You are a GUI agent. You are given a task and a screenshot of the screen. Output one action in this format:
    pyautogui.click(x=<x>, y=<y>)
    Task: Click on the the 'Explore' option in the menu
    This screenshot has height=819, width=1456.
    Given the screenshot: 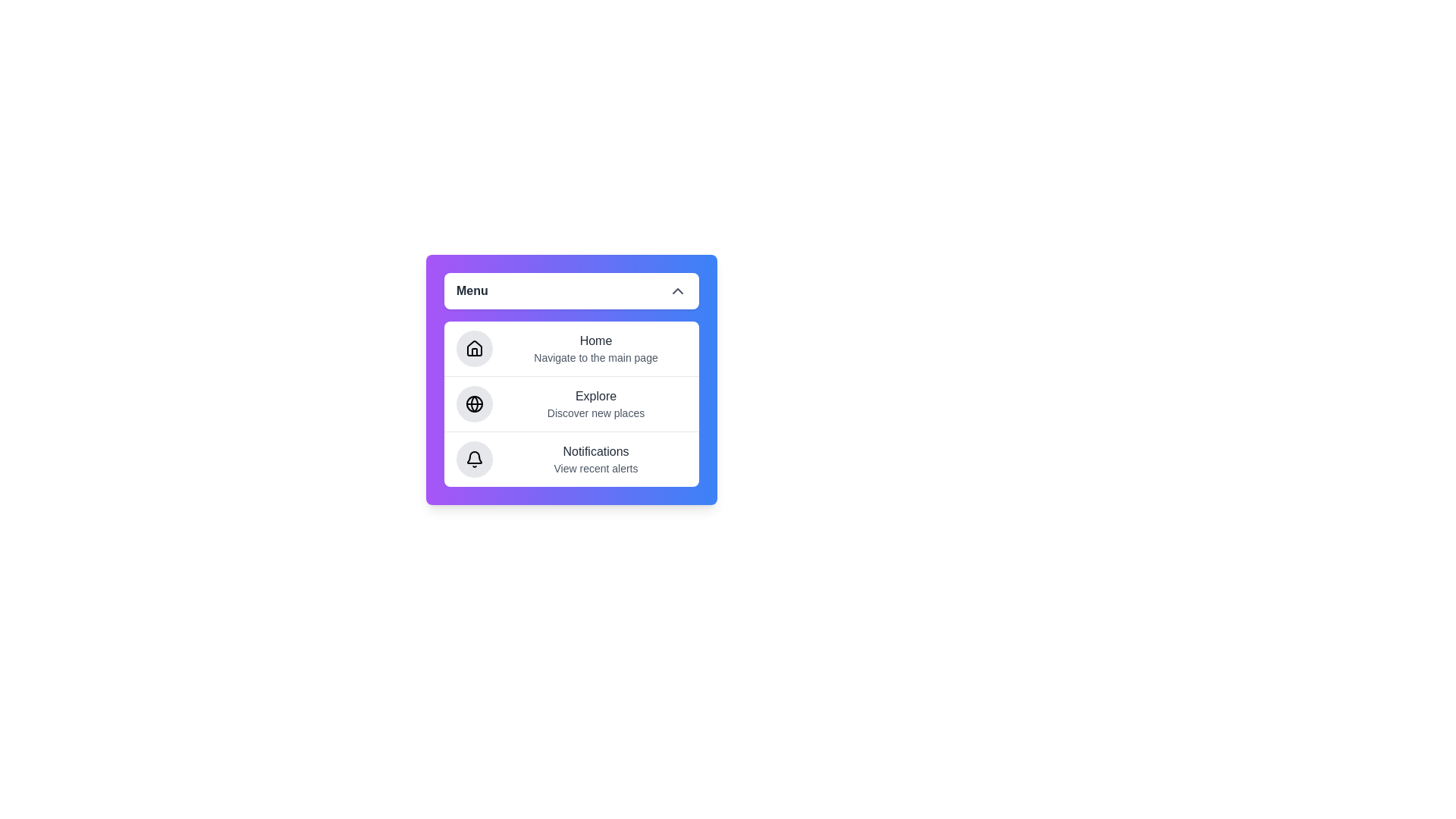 What is the action you would take?
    pyautogui.click(x=570, y=403)
    